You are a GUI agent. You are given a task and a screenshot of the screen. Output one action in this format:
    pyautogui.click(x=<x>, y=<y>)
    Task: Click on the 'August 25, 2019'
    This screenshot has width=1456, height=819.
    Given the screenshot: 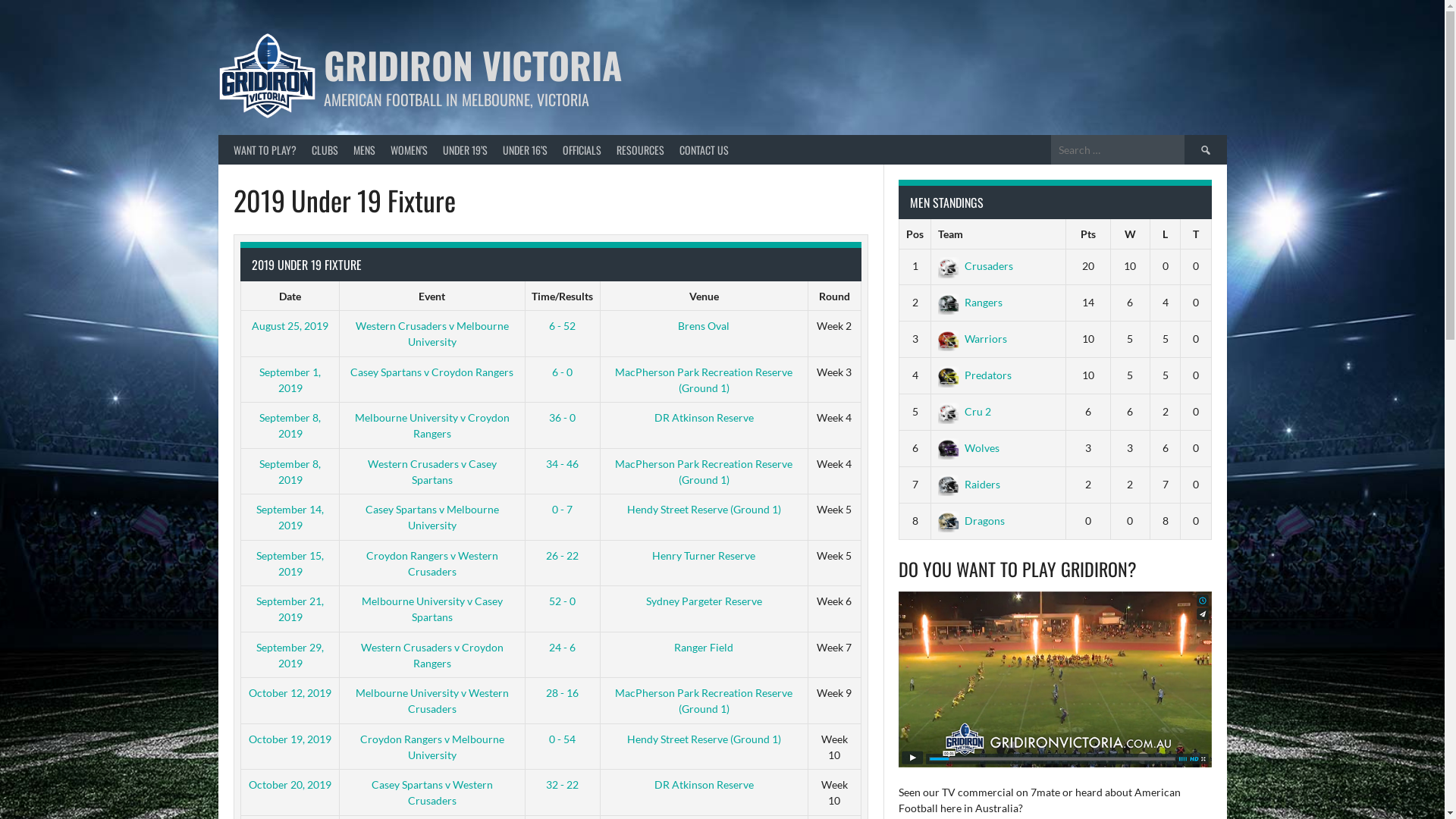 What is the action you would take?
    pyautogui.click(x=251, y=325)
    